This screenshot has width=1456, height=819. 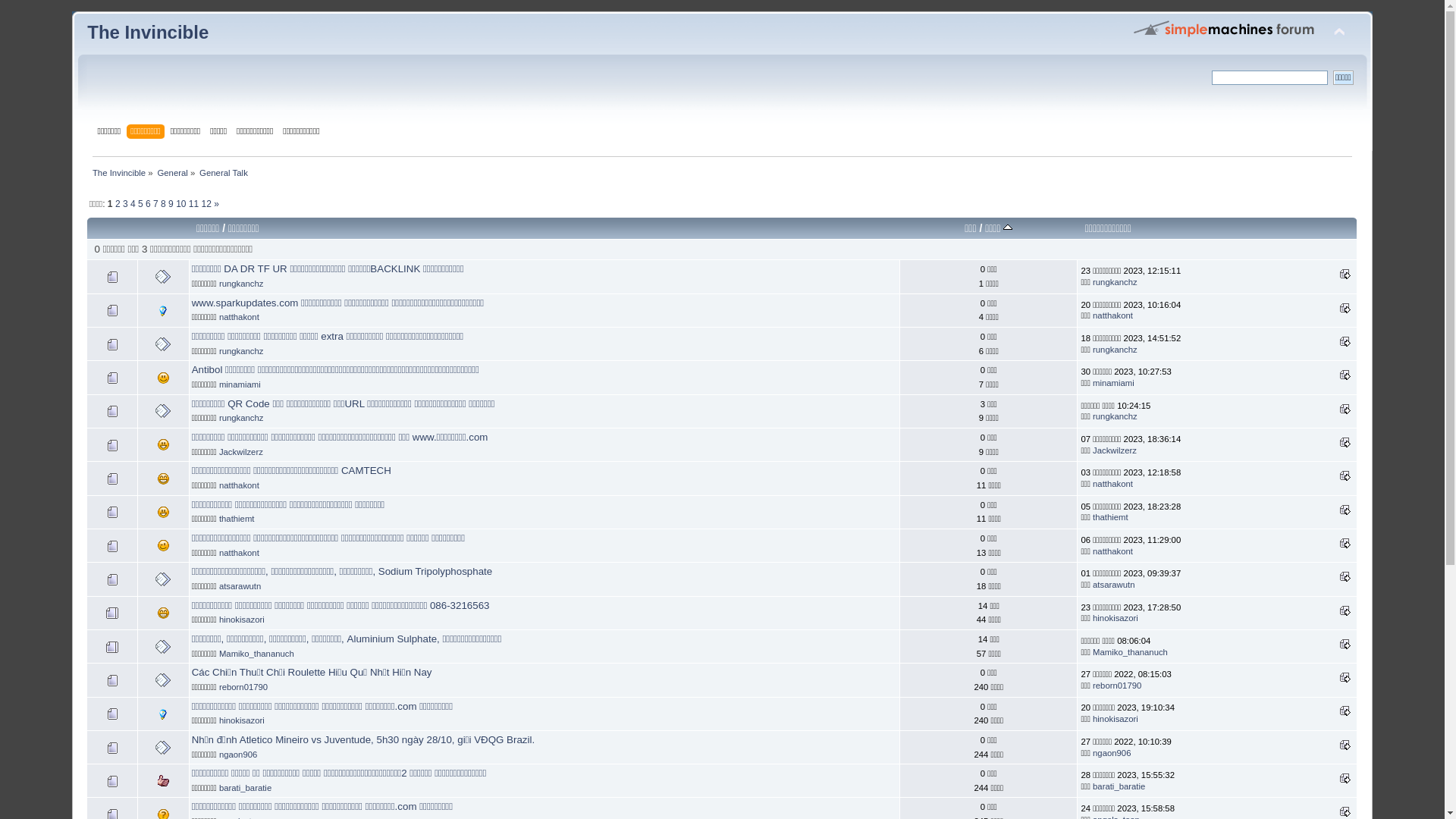 What do you see at coordinates (1113, 382) in the screenshot?
I see `'minamiami'` at bounding box center [1113, 382].